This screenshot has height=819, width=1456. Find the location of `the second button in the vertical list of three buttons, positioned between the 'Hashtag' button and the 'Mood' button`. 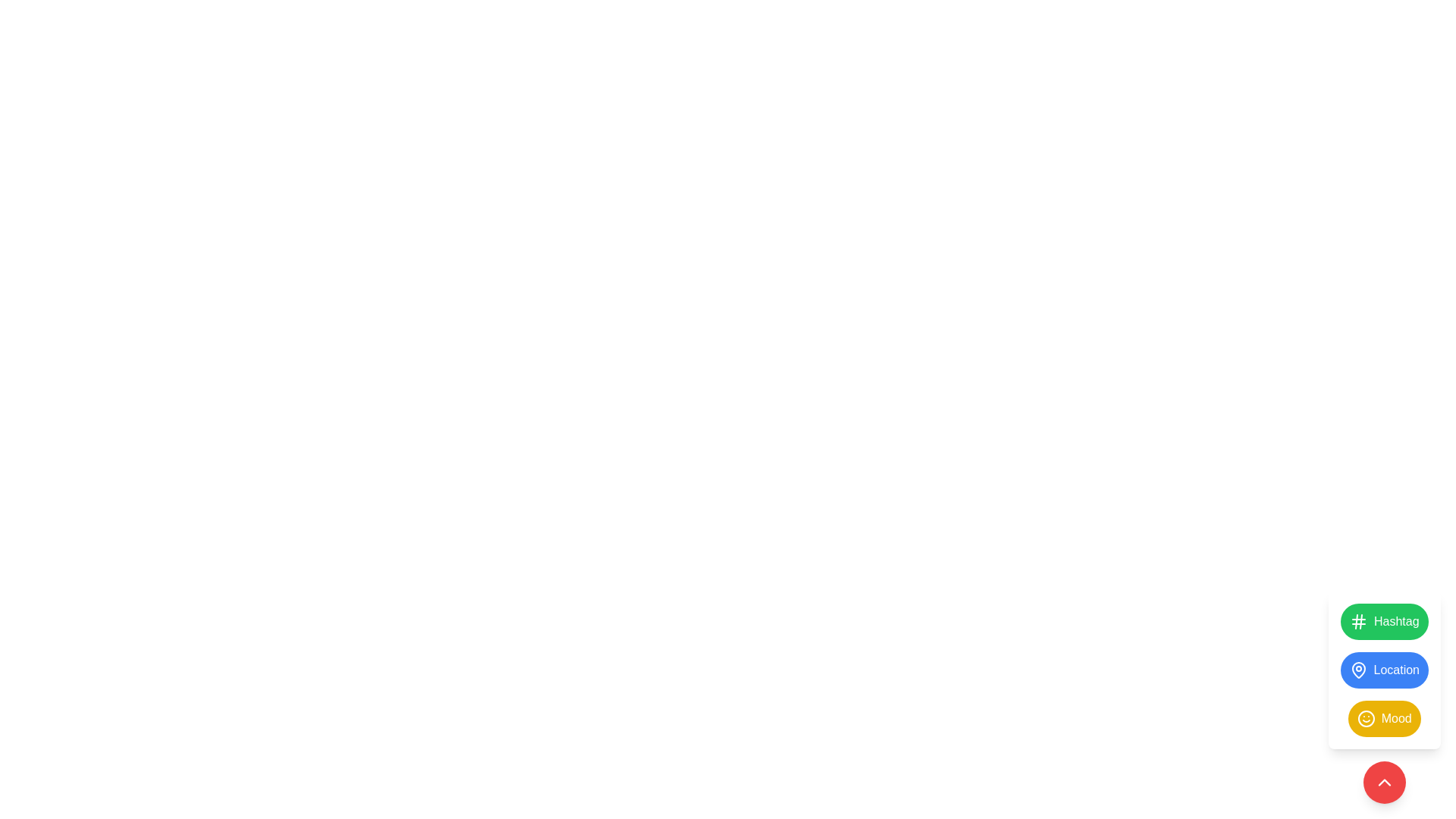

the second button in the vertical list of three buttons, positioned between the 'Hashtag' button and the 'Mood' button is located at coordinates (1384, 669).